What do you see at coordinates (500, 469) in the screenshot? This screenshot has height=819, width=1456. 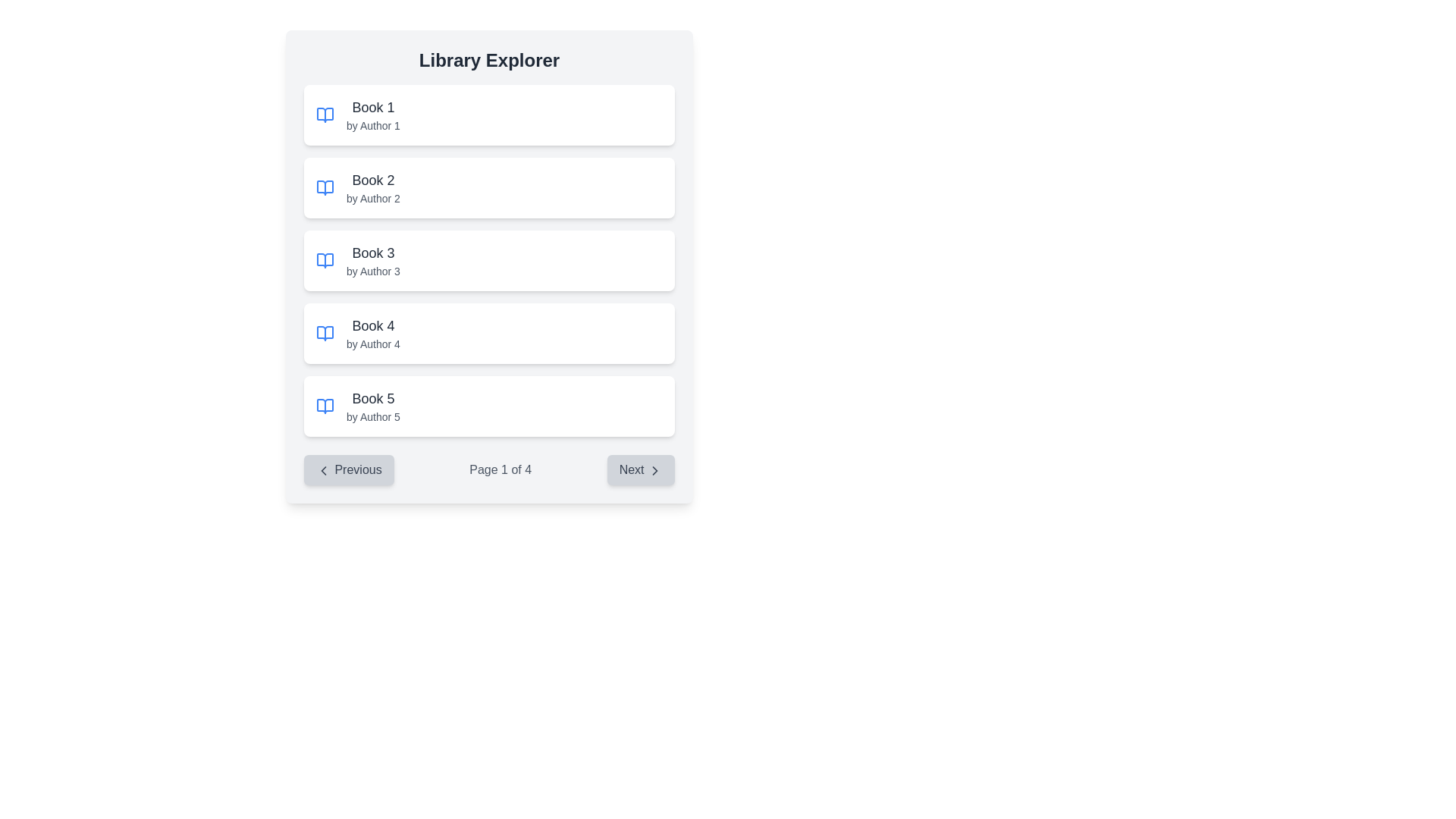 I see `information displayed on the text label 'Page 1 of 4' located at the center of the pagination section` at bounding box center [500, 469].